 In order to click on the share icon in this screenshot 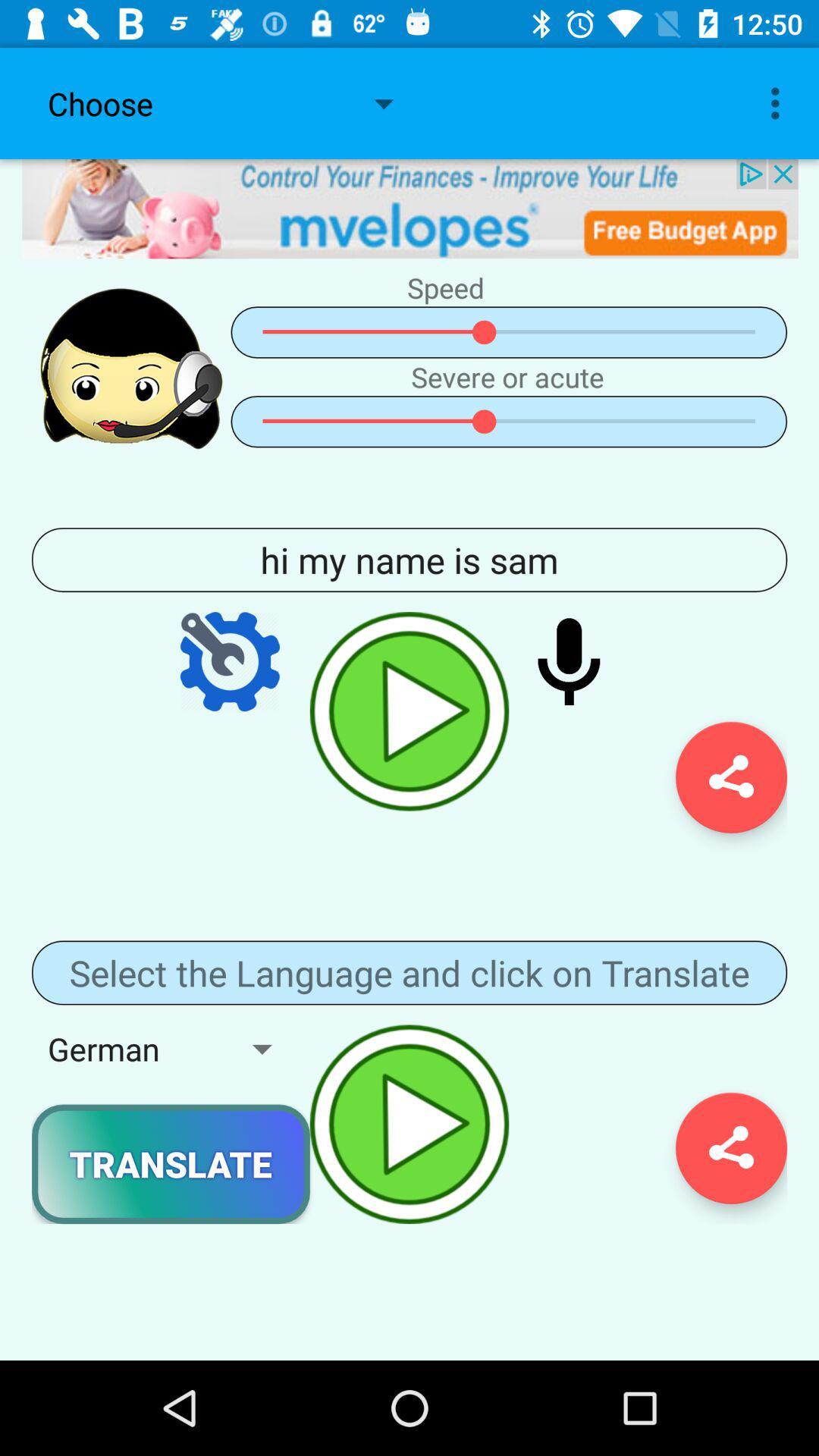, I will do `click(730, 1148)`.